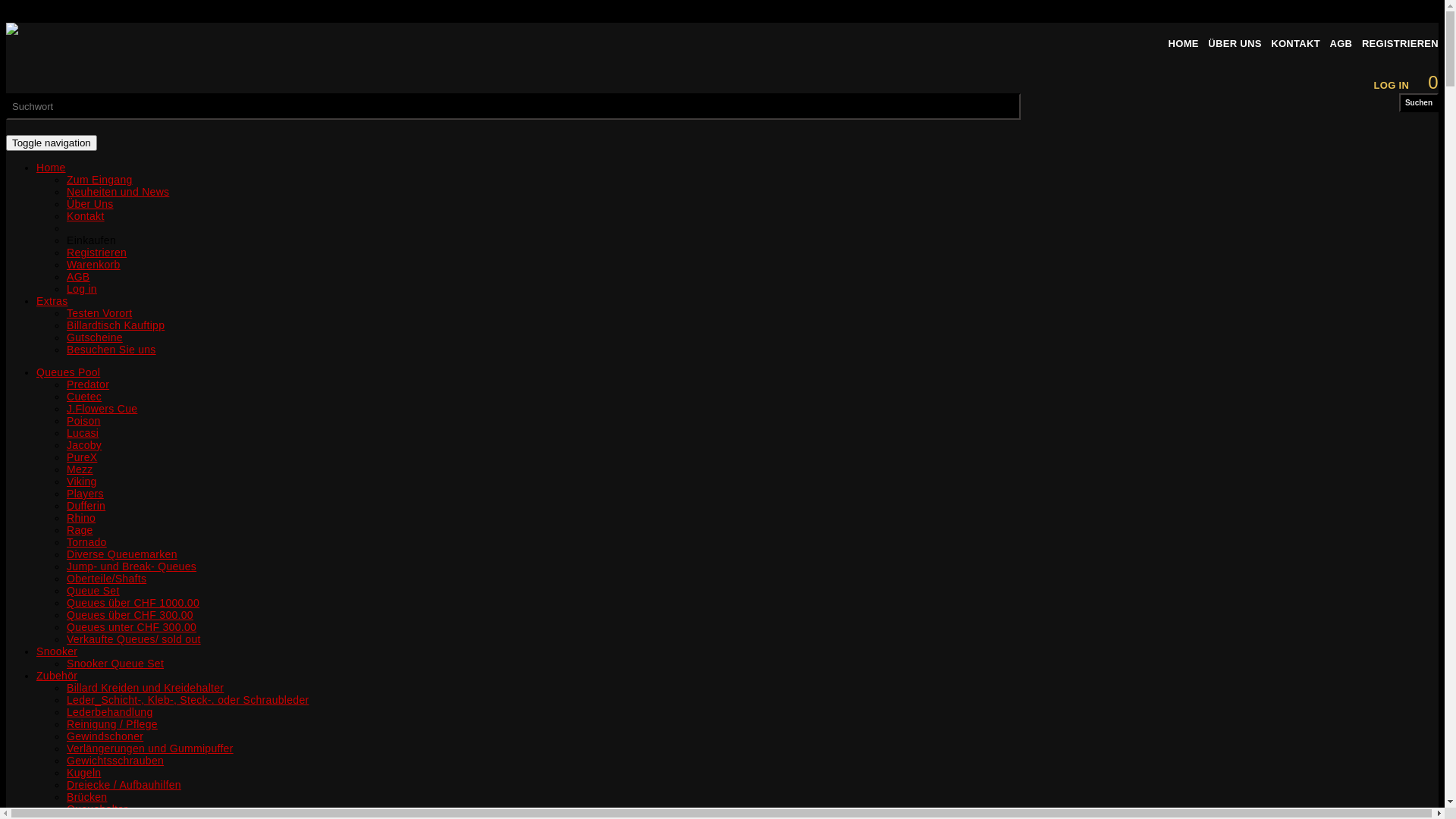 The width and height of the screenshot is (1456, 819). Describe the element at coordinates (93, 263) in the screenshot. I see `'Warenkorb'` at that location.